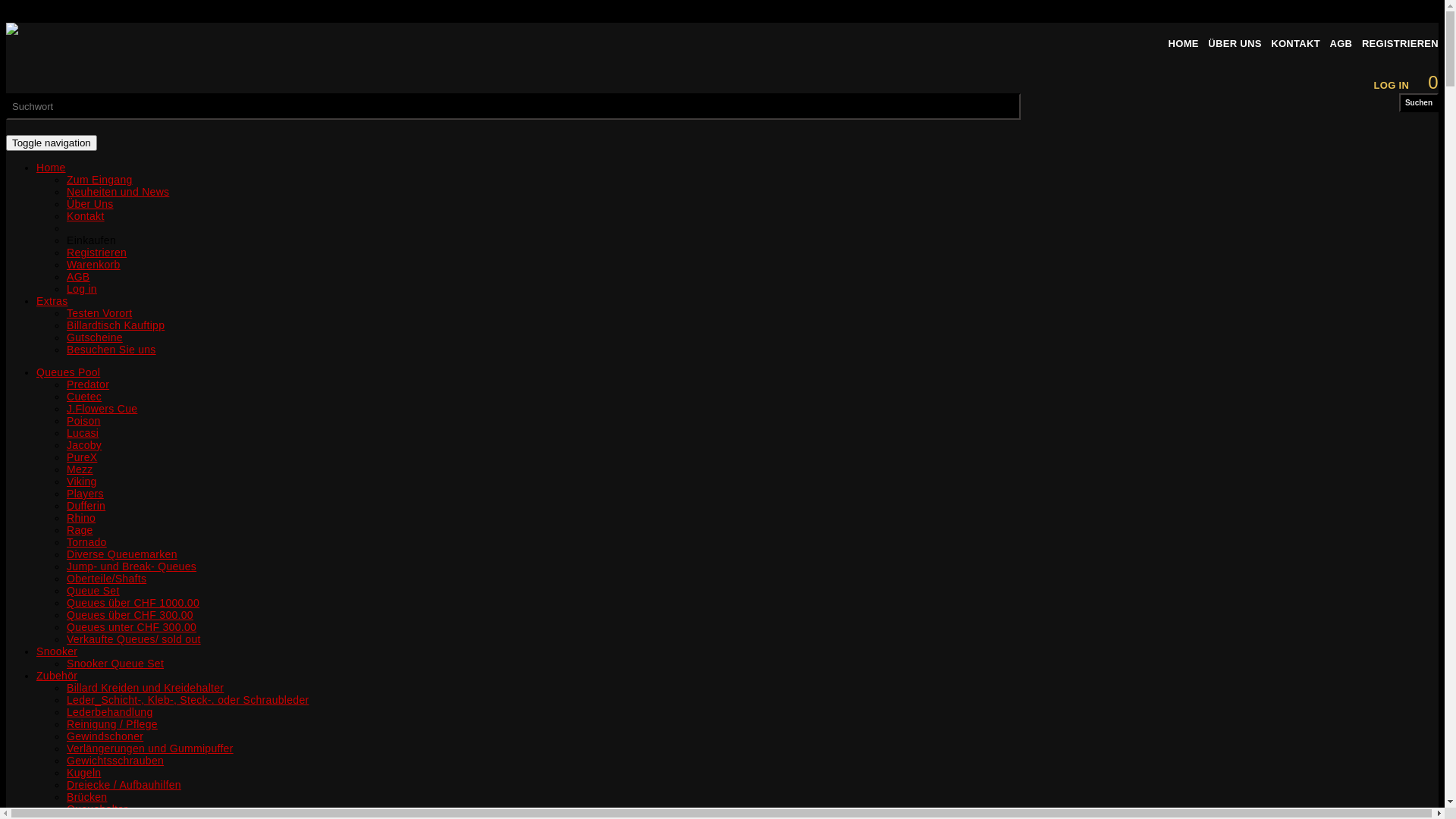 The width and height of the screenshot is (1456, 819). Describe the element at coordinates (93, 263) in the screenshot. I see `'Warenkorb'` at that location.